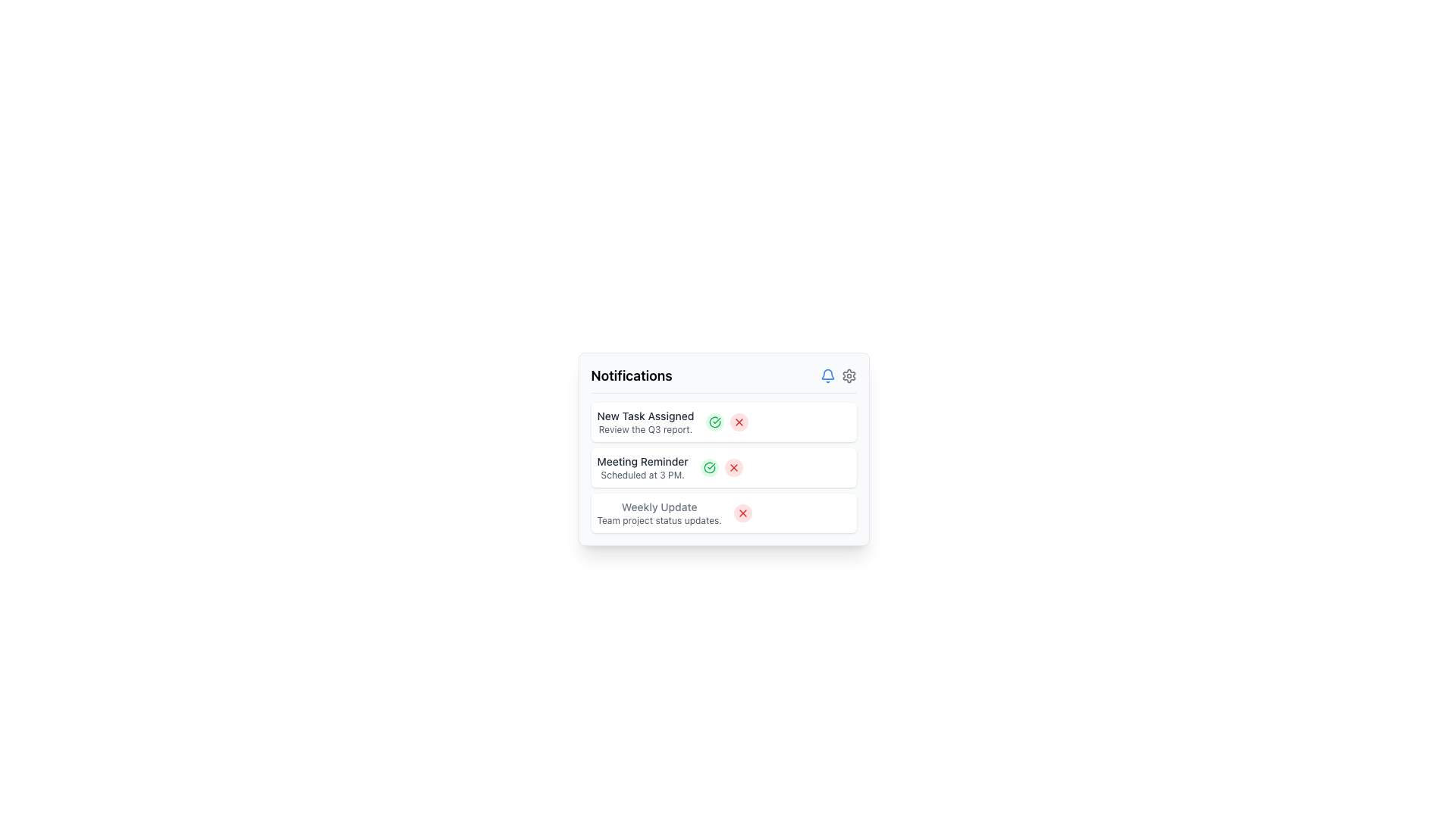  Describe the element at coordinates (848, 375) in the screenshot. I see `the settings icon button located at the top-right corner of the notification panel` at that location.